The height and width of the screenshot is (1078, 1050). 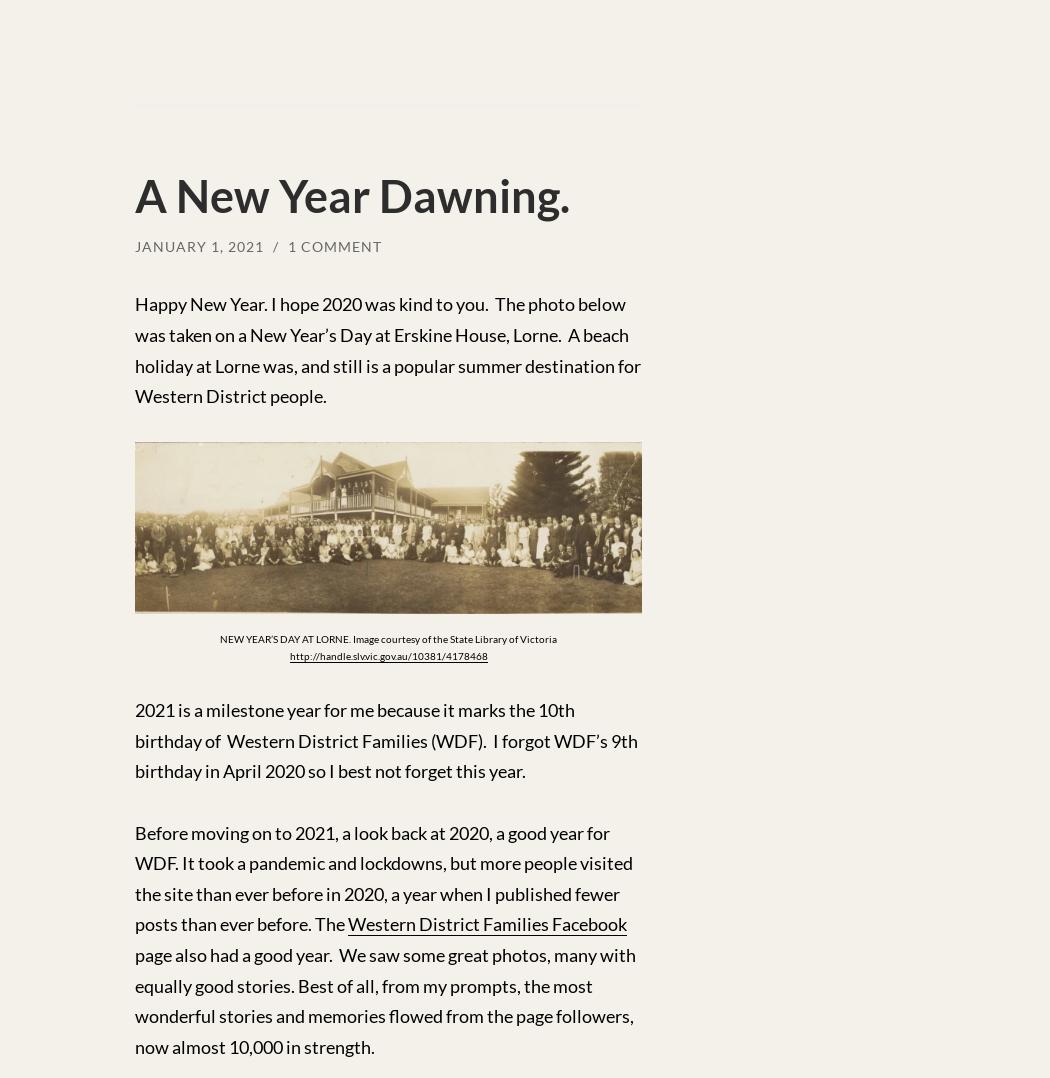 What do you see at coordinates (387, 350) in the screenshot?
I see `'Happy New Year. I hope 2020 was kind to you.  The photo below was taken on a New Year’s Day at Erskine House, Lorne.  A beach holiday at Lorne was, and still is a popular summer destination for Western District people.'` at bounding box center [387, 350].